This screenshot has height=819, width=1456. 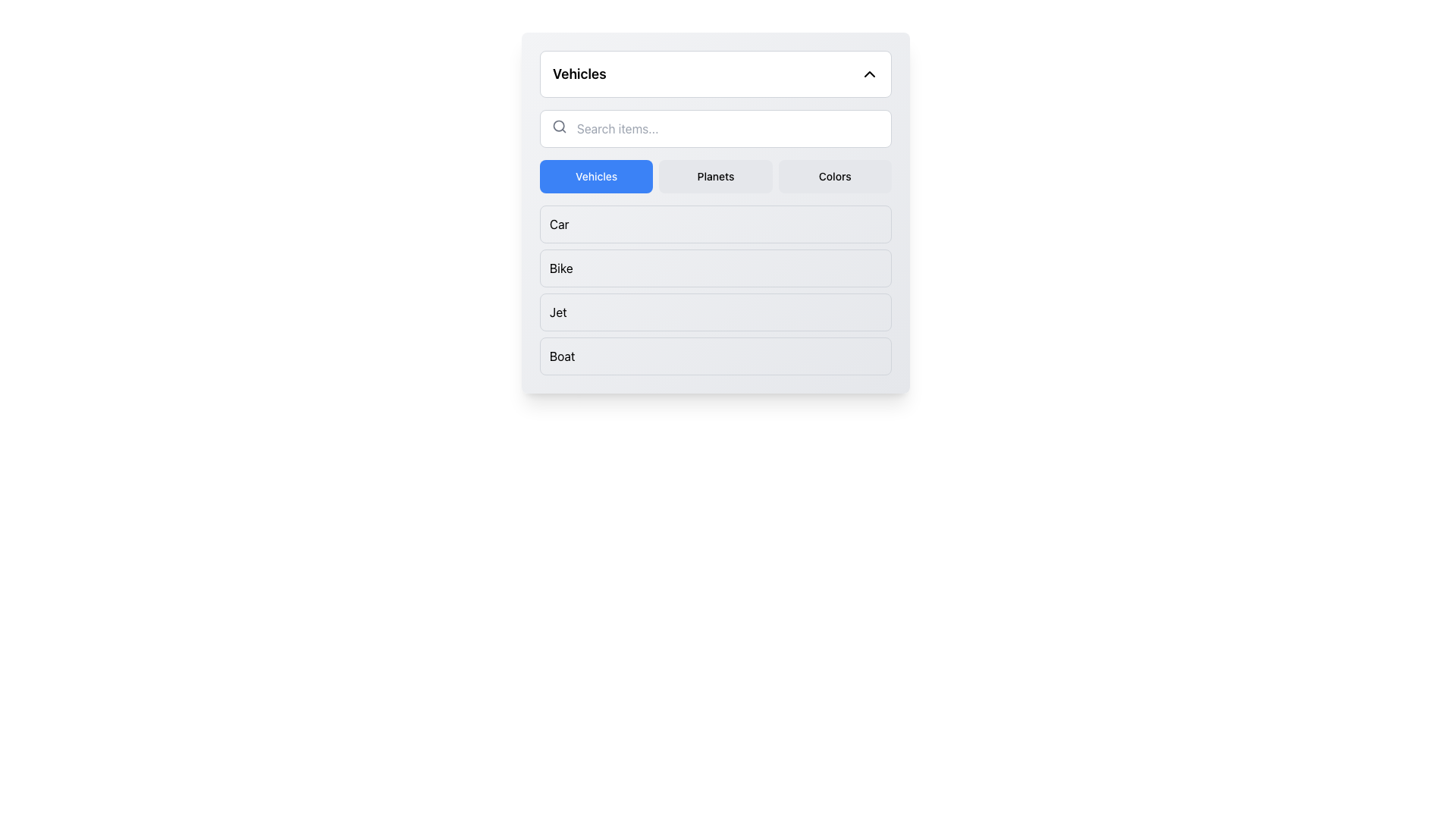 What do you see at coordinates (870, 74) in the screenshot?
I see `the dropdown indicator icon located at the far-right corner of the 'Vehicles' header` at bounding box center [870, 74].